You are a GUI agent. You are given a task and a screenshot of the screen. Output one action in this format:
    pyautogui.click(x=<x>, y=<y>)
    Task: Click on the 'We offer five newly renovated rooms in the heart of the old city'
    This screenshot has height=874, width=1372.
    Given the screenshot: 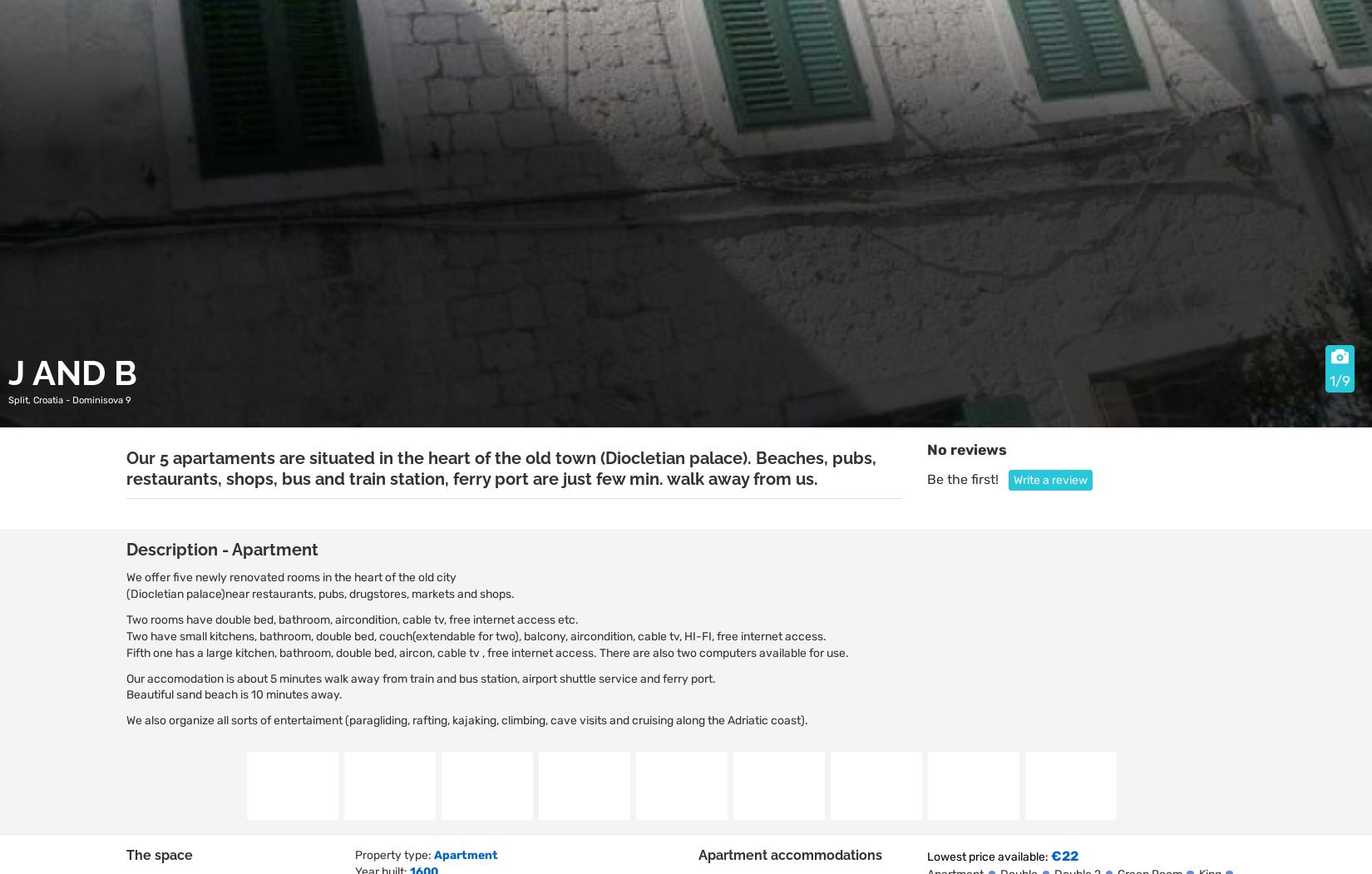 What is the action you would take?
    pyautogui.click(x=291, y=575)
    